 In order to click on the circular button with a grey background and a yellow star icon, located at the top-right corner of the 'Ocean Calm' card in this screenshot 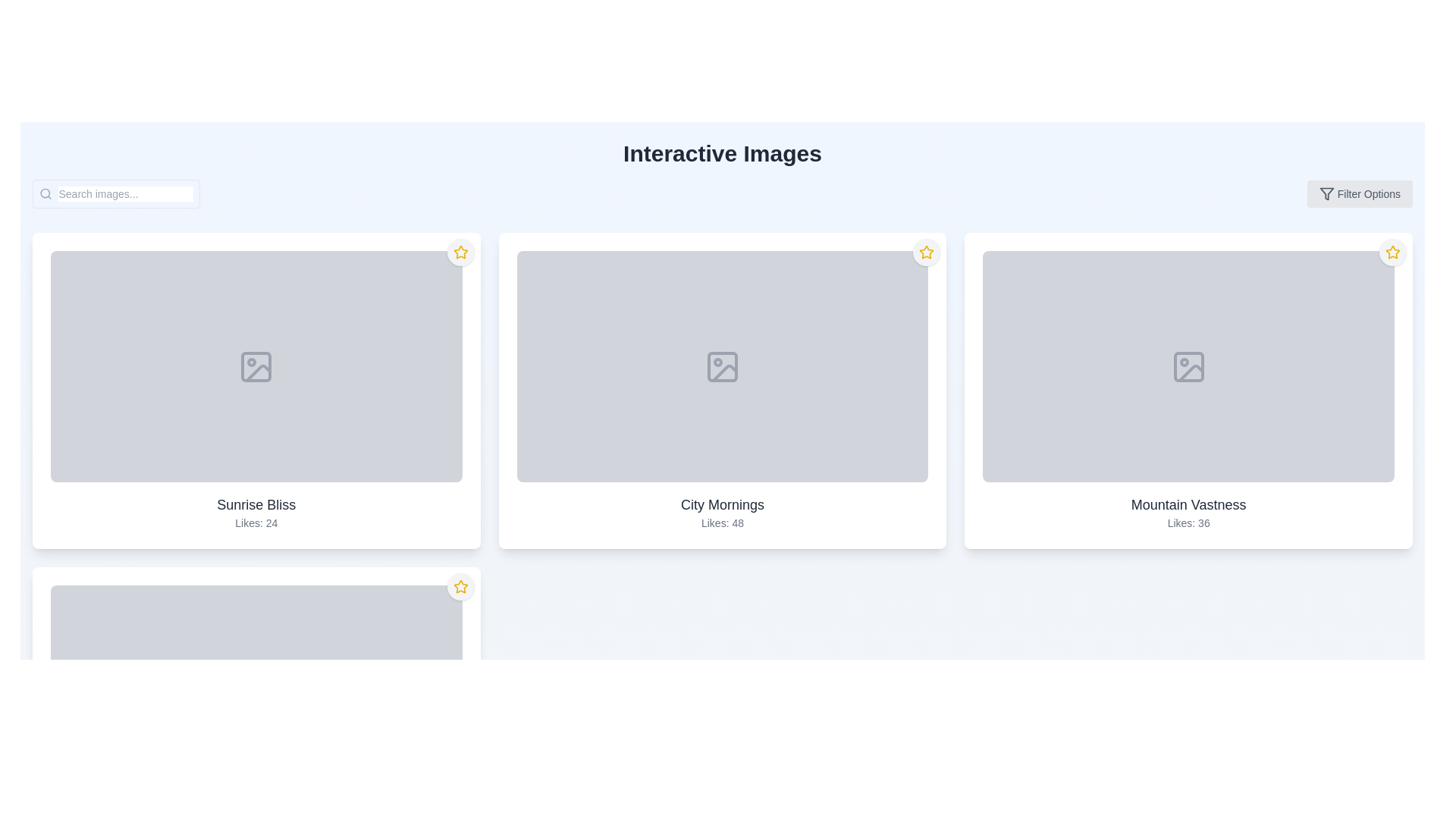, I will do `click(460, 586)`.